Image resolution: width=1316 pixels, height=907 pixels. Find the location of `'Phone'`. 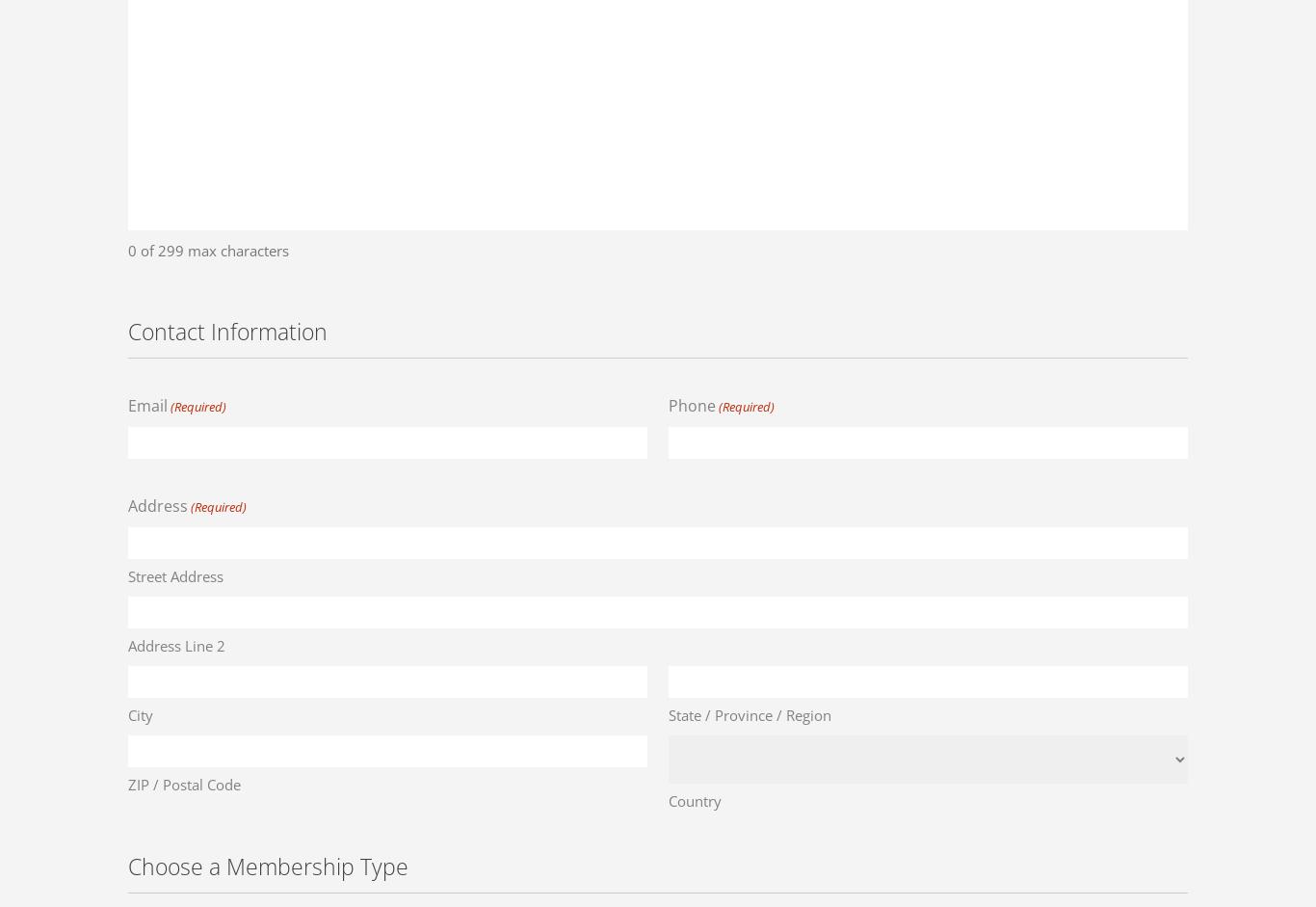

'Phone' is located at coordinates (669, 403).